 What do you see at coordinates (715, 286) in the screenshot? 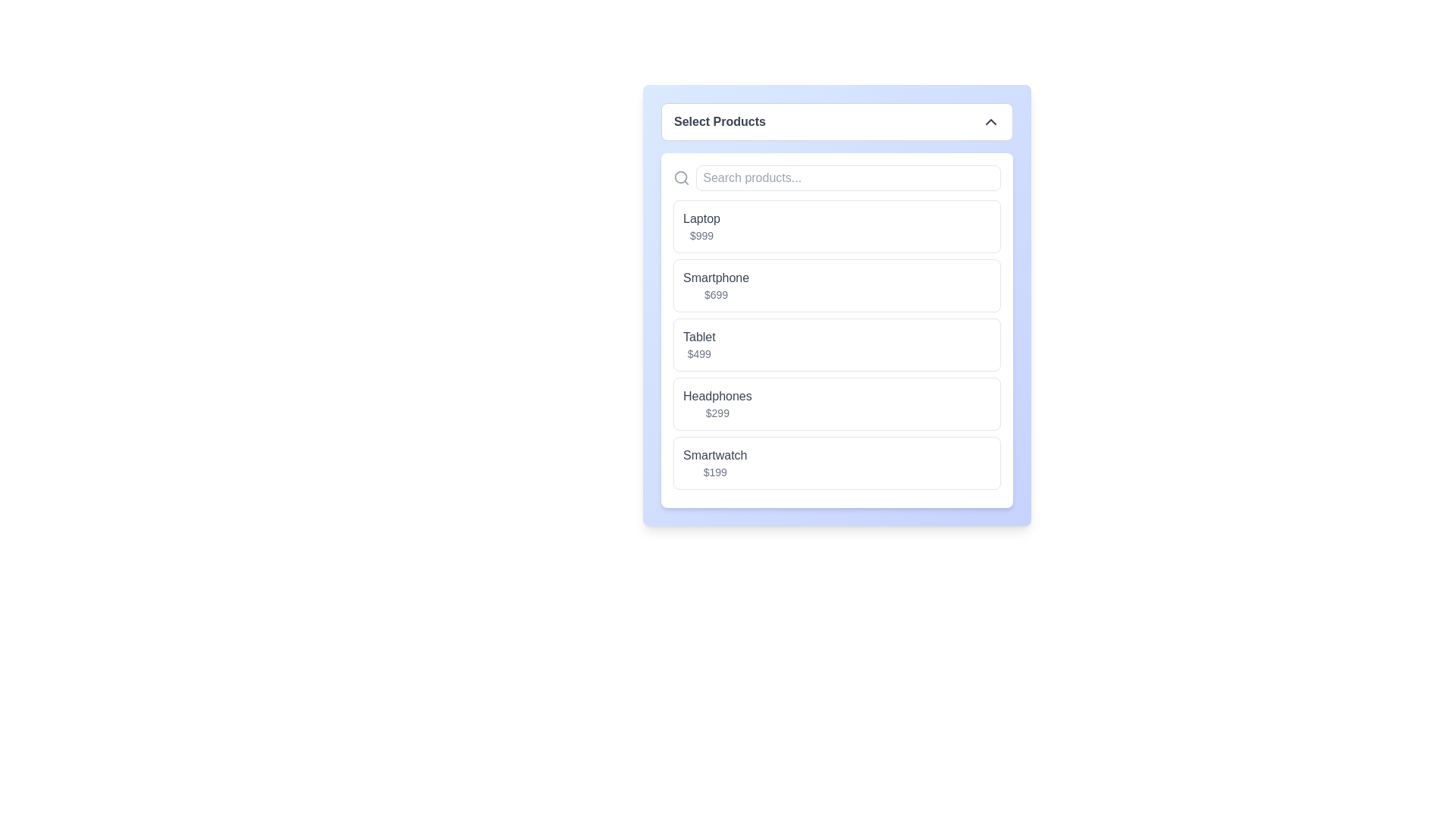
I see `the 'Smartphone' text label which is the second entry in a vertical list of selectable items in the dropdown panel, located below 'Laptop $999' and above 'Tablet $499'` at bounding box center [715, 286].